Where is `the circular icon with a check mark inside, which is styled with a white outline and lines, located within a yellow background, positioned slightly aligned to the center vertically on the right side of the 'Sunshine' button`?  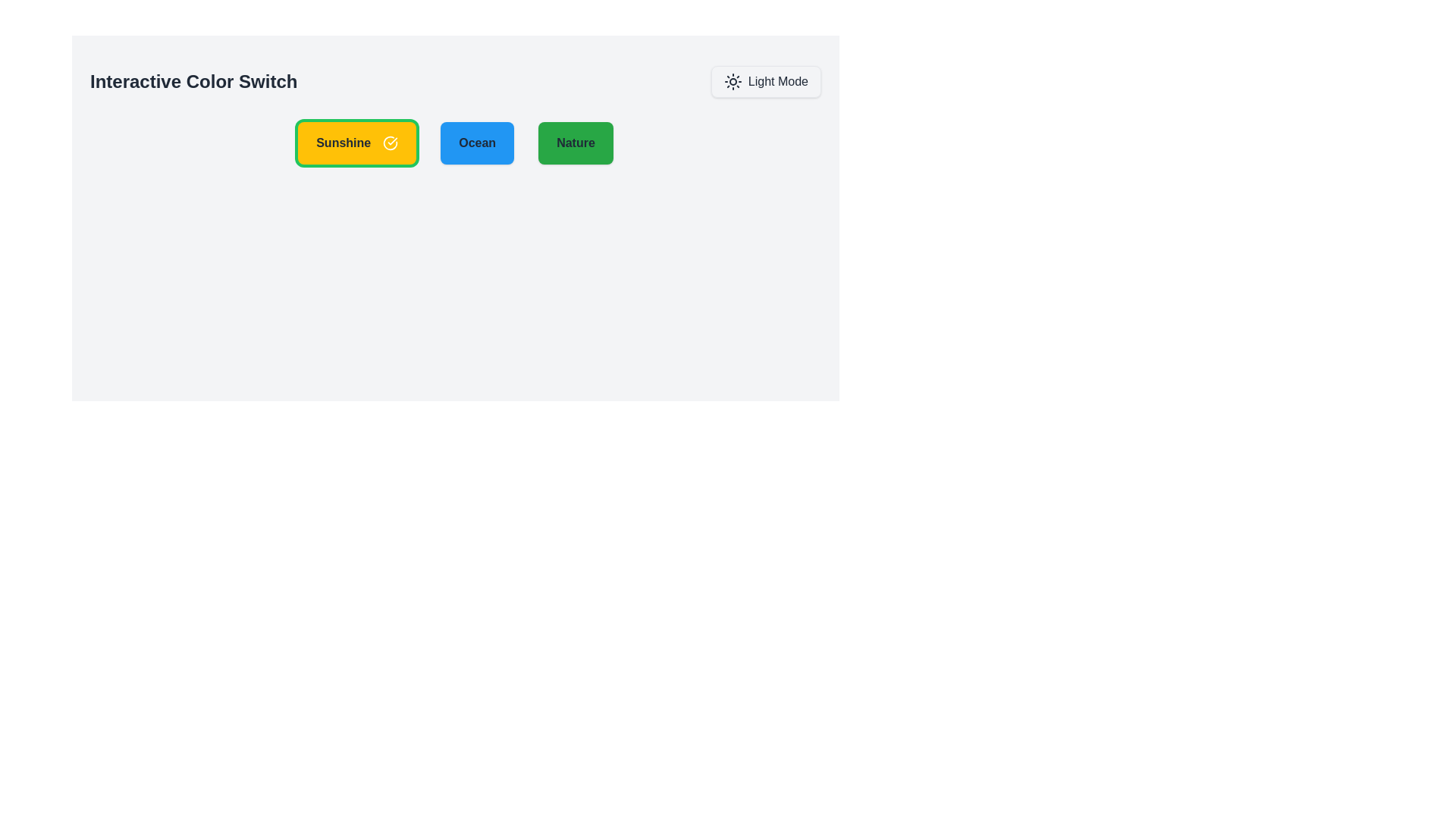 the circular icon with a check mark inside, which is styled with a white outline and lines, located within a yellow background, positioned slightly aligned to the center vertically on the right side of the 'Sunshine' button is located at coordinates (391, 143).